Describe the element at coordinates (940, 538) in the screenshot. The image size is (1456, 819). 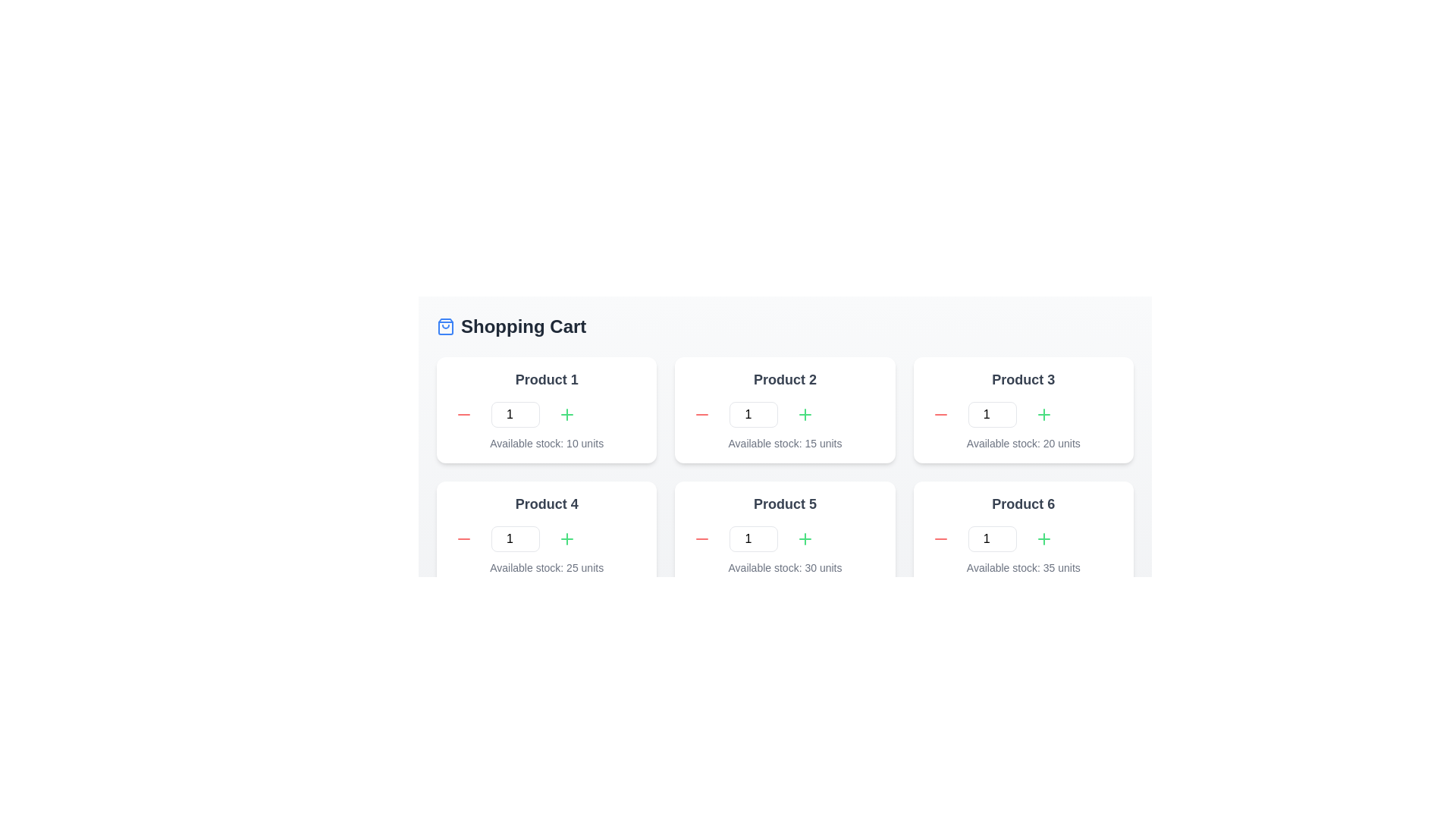
I see `the decrement button for adjusting the quantity in the cart interface` at that location.